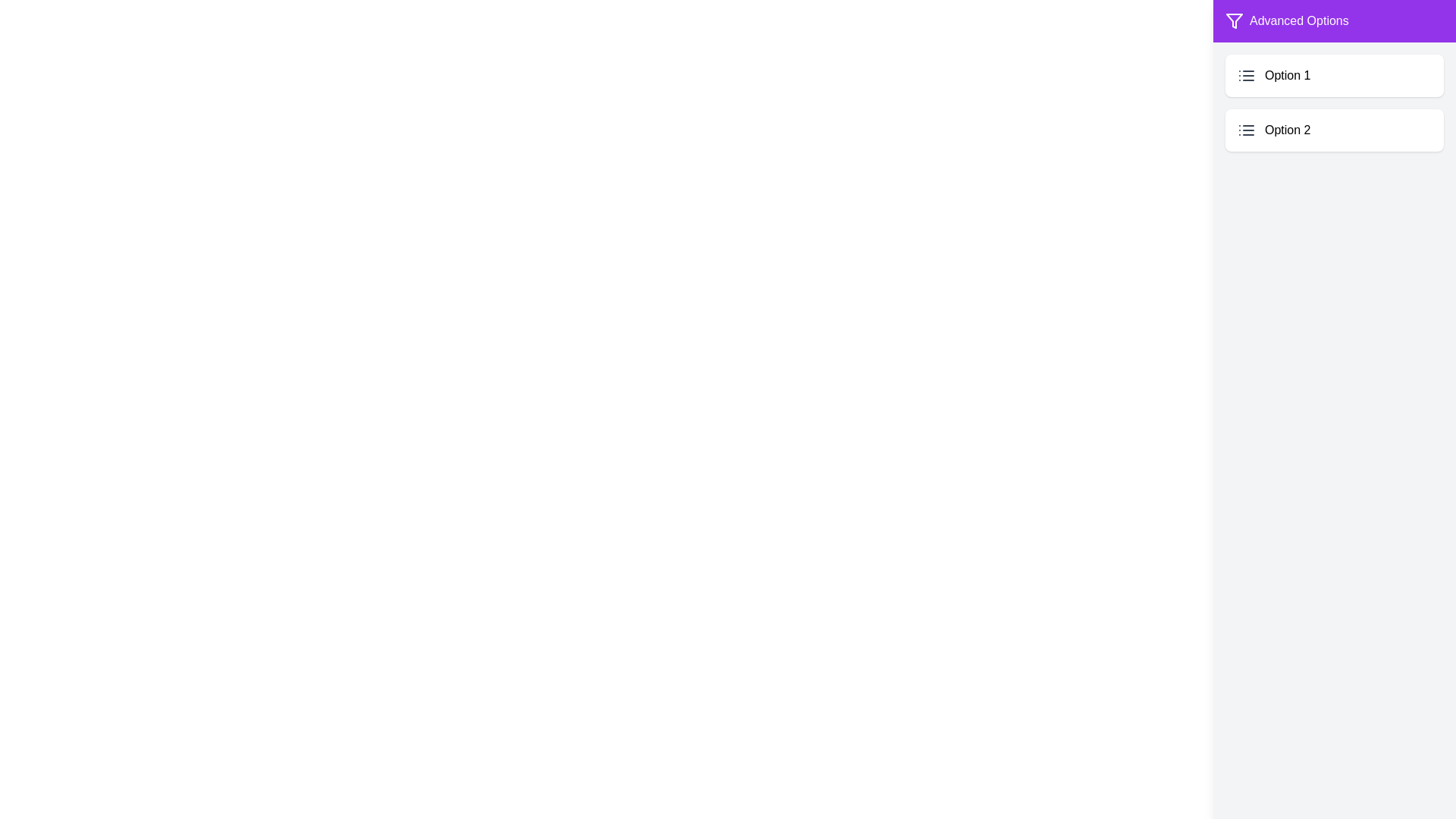 The width and height of the screenshot is (1456, 819). What do you see at coordinates (1407, 40) in the screenshot?
I see `the toggle button labeled 'Features' to toggle the drawer visibility` at bounding box center [1407, 40].